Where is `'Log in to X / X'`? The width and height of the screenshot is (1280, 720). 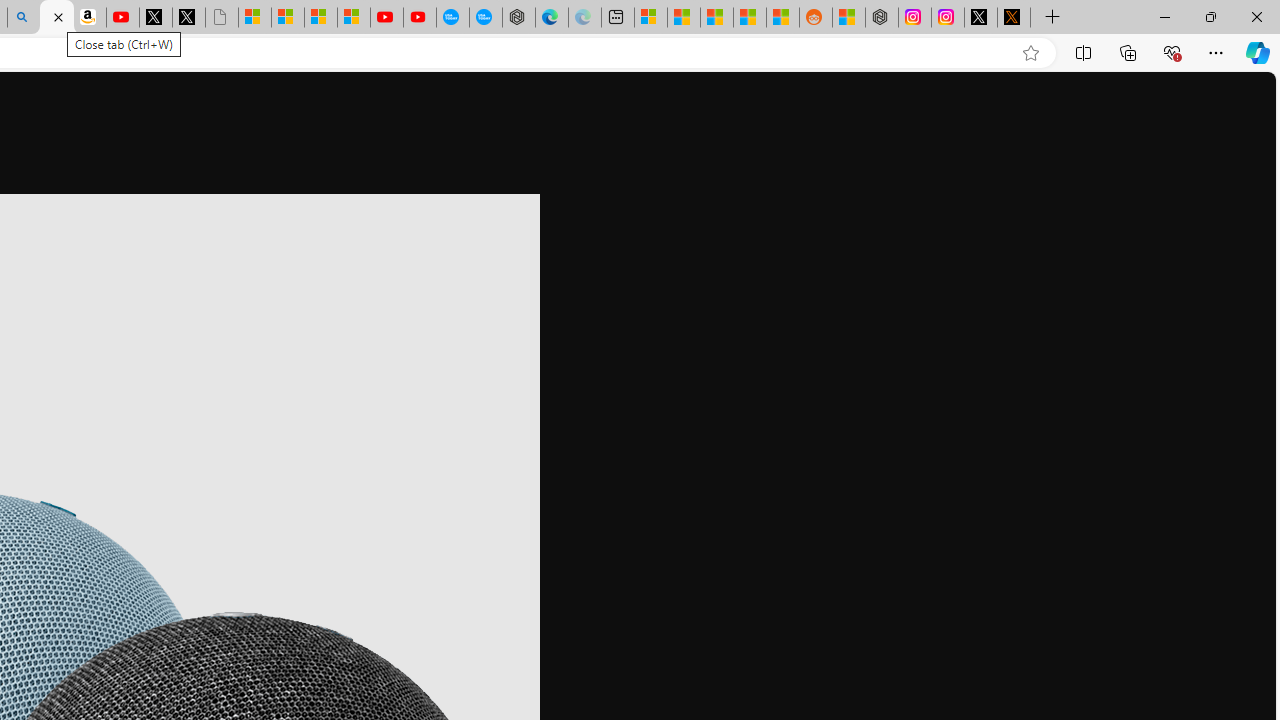
'Log in to X / X' is located at coordinates (981, 17).